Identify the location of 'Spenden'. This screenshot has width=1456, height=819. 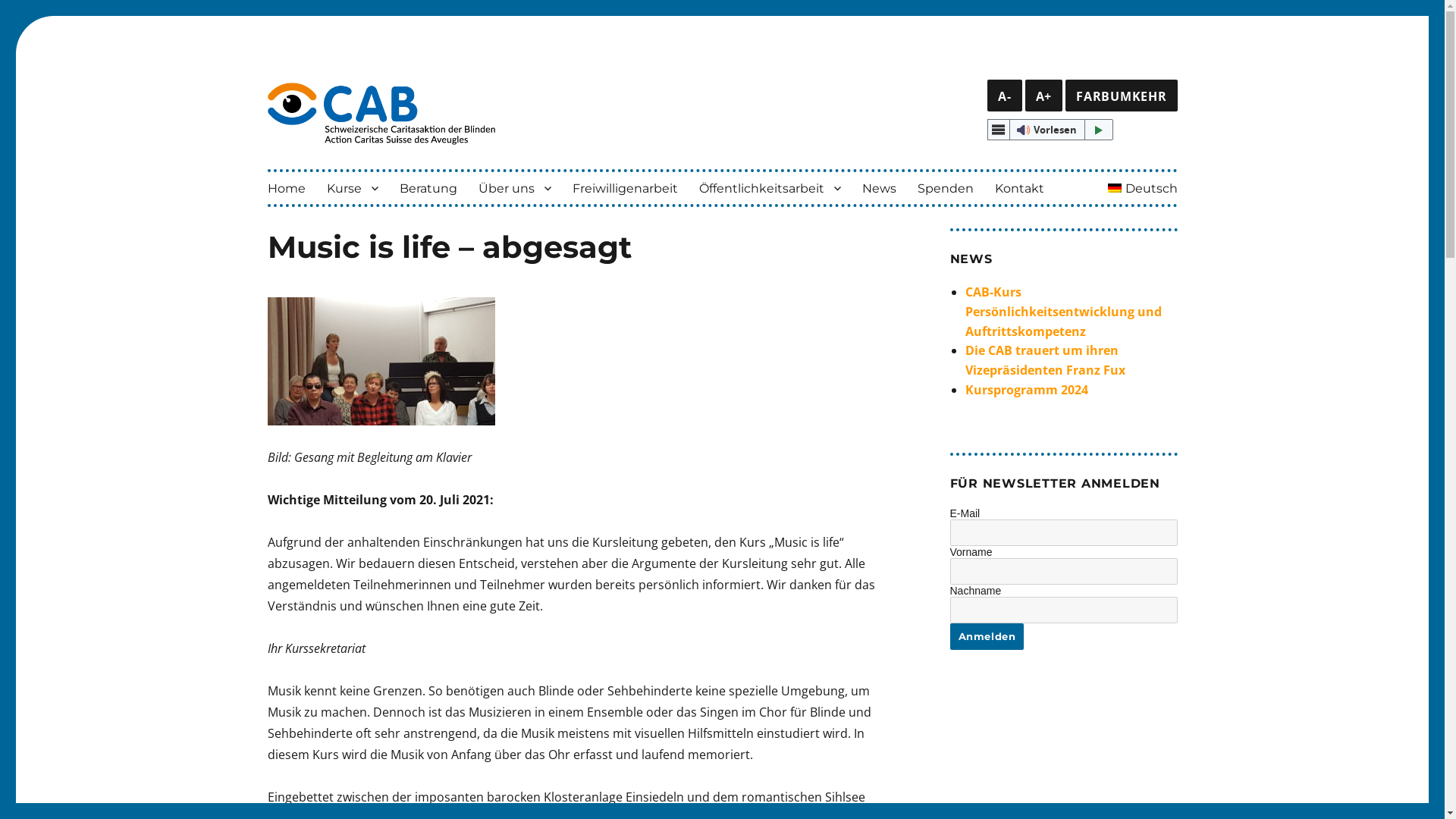
(945, 187).